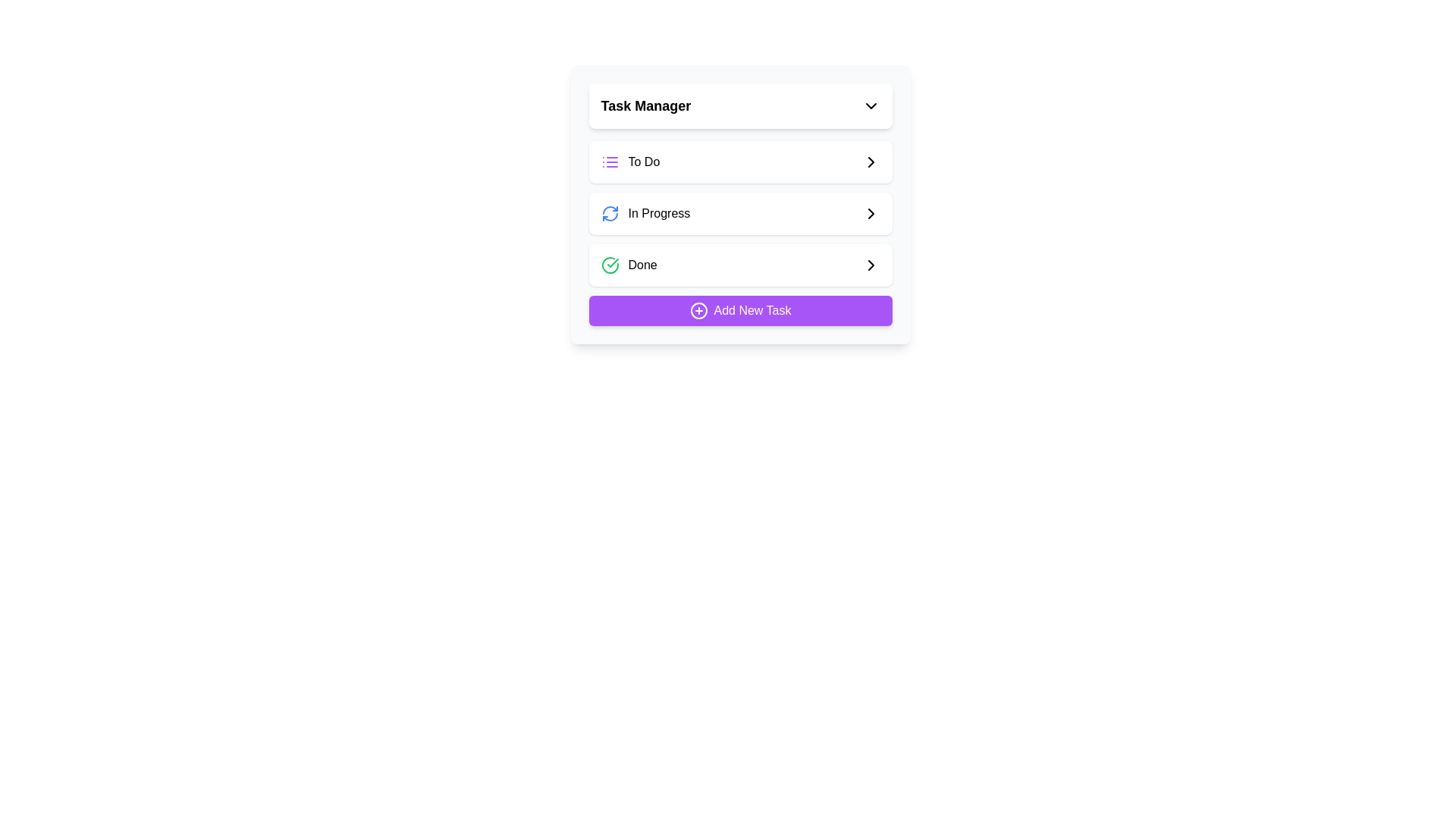 The image size is (1456, 819). What do you see at coordinates (645, 213) in the screenshot?
I see `text 'In Progress' from the Label with a circular arrow icon located in the Task Manager list, positioned between 'To Do' and 'Done'` at bounding box center [645, 213].